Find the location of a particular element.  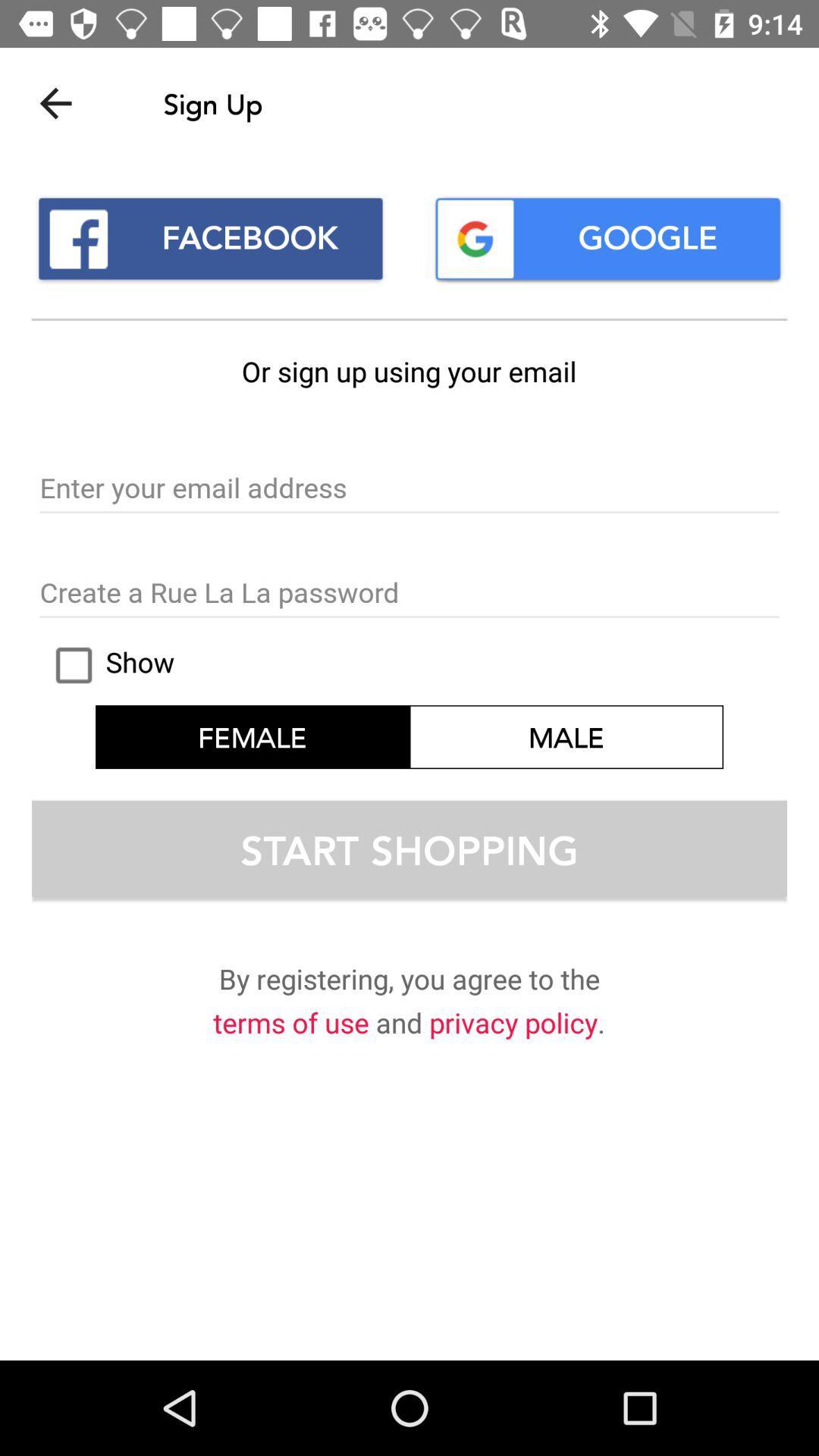

your password is located at coordinates (409, 593).